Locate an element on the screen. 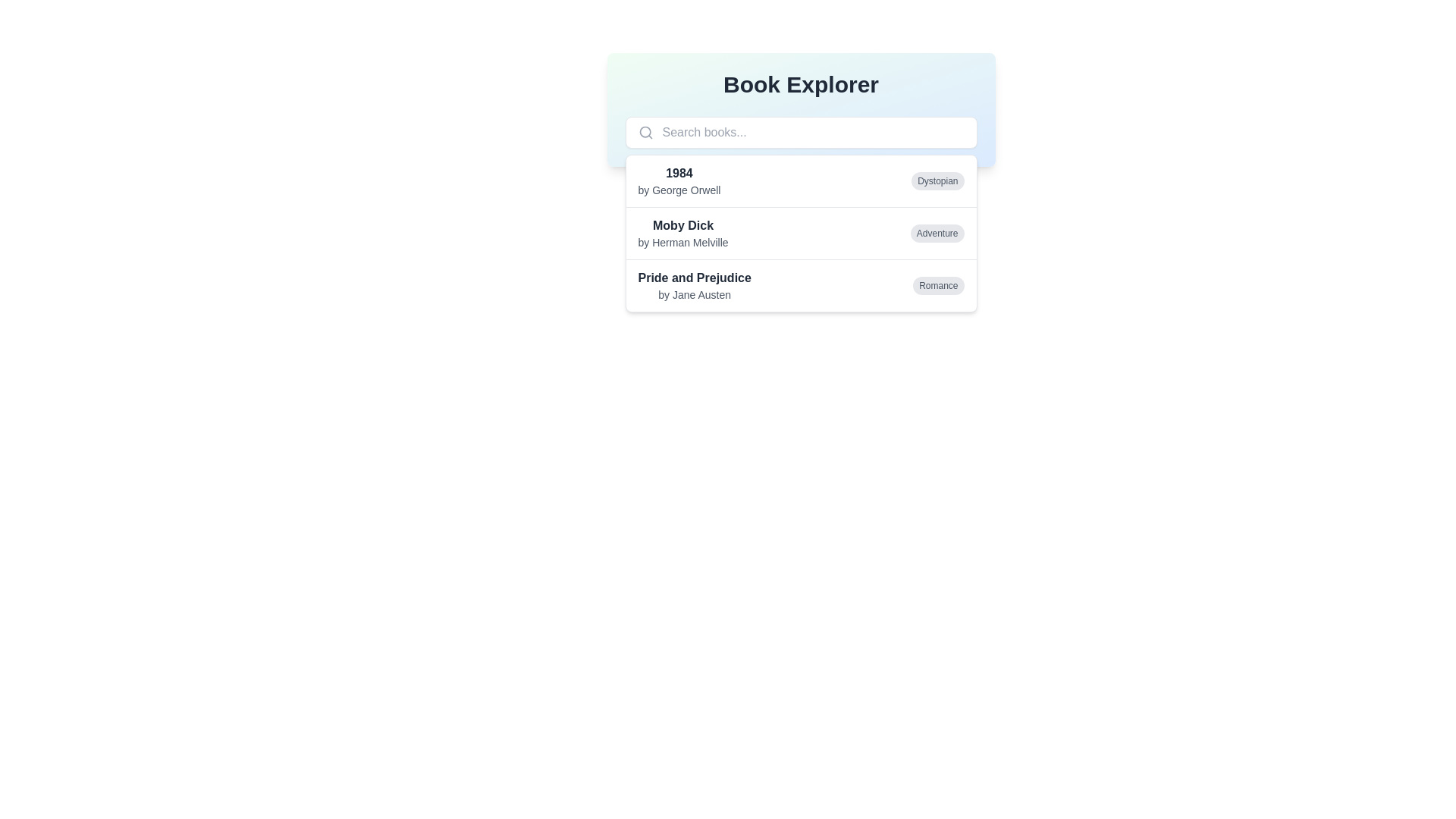  the label displaying 'Moby Dick' by Herman Melville, which is the second item in the vertical list of the 'Book Explorer' interface is located at coordinates (682, 234).